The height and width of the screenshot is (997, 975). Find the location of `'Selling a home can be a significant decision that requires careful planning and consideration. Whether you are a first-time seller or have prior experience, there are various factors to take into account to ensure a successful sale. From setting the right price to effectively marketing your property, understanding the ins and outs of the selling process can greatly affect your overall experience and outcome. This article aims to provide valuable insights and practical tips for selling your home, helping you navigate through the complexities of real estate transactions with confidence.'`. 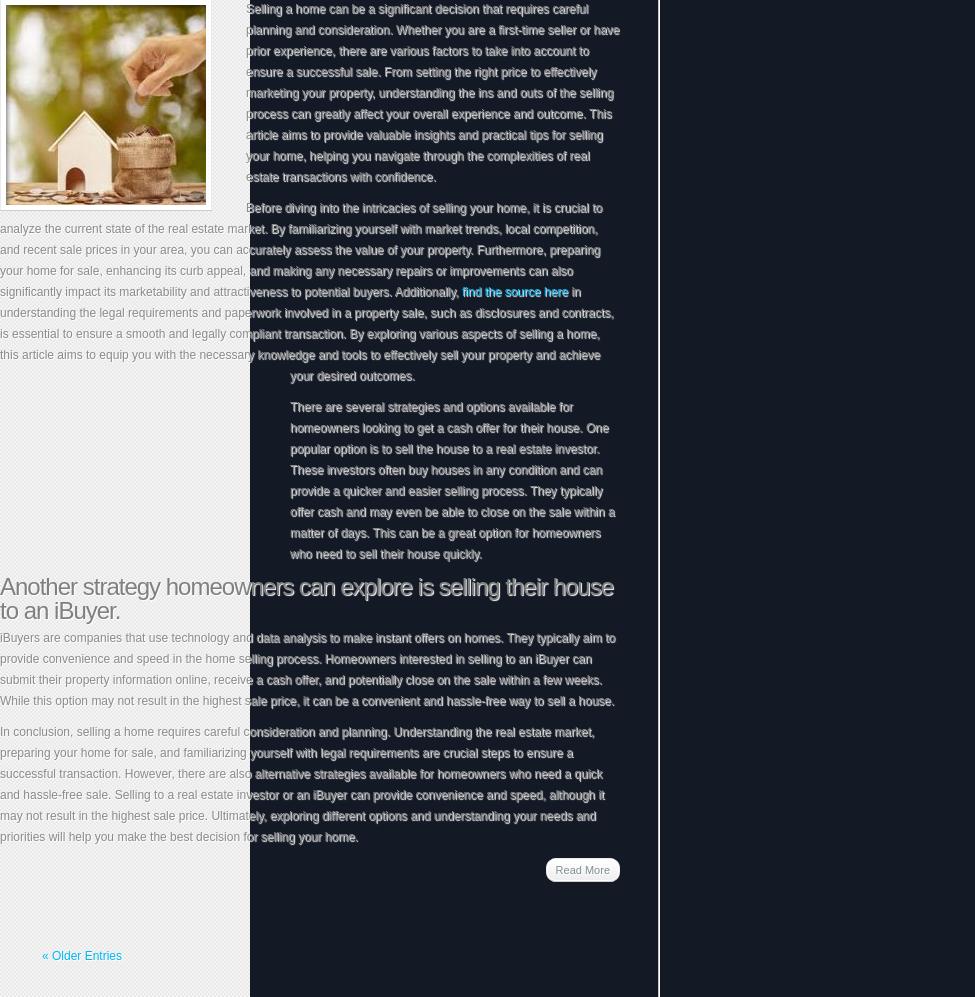

'Selling a home can be a significant decision that requires careful planning and consideration. Whether you are a first-time seller or have prior experience, there are various factors to take into account to ensure a successful sale. From setting the right price to effectively marketing your property, understanding the ins and outs of the selling process can greatly affect your overall experience and outcome. This article aims to provide valuable insights and practical tips for selling your home, helping you navigate through the complexities of real estate transactions with confidence.' is located at coordinates (432, 93).